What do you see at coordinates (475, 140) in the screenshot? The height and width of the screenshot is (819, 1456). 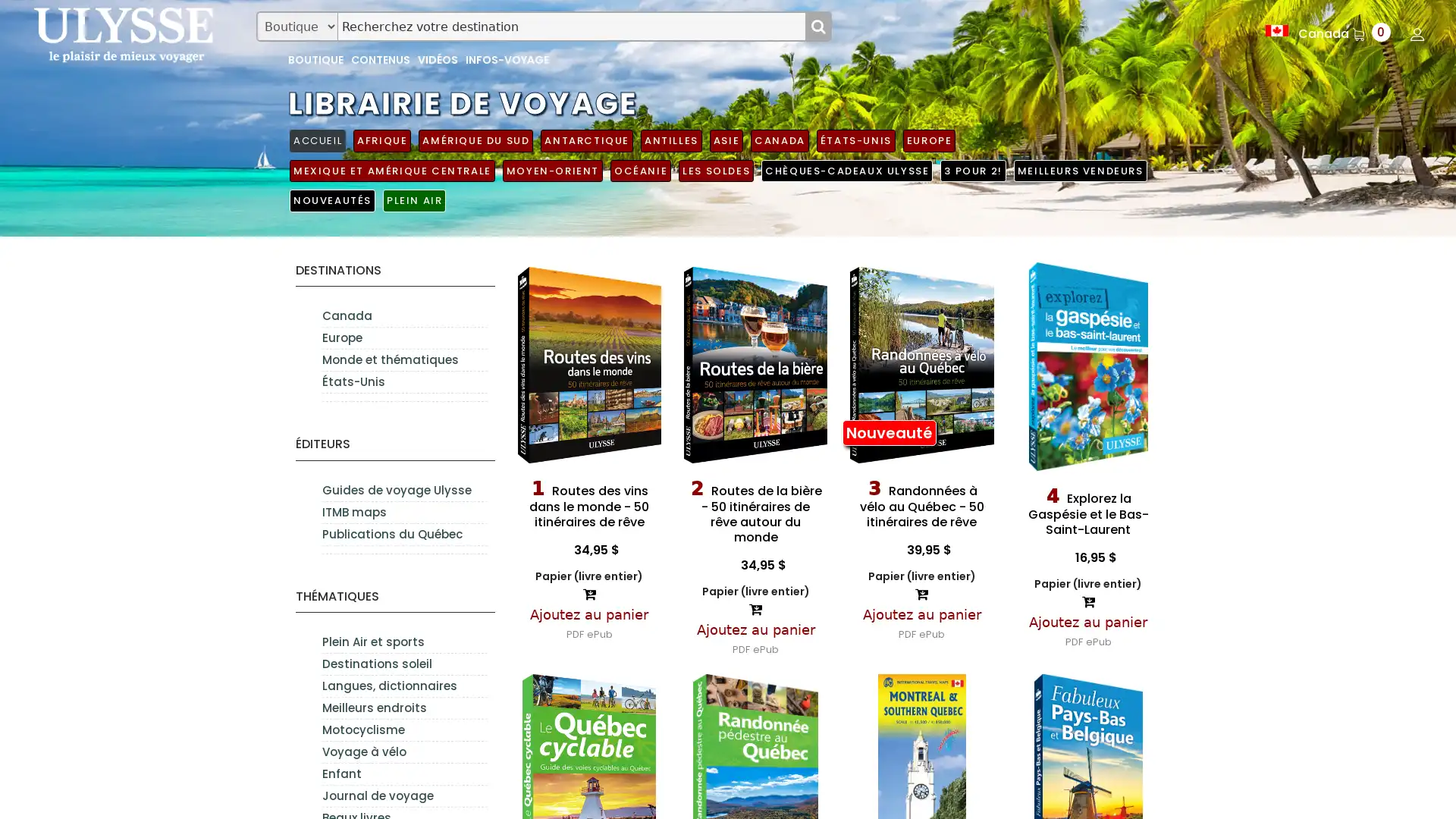 I see `AMERIQUE DU SUD` at bounding box center [475, 140].